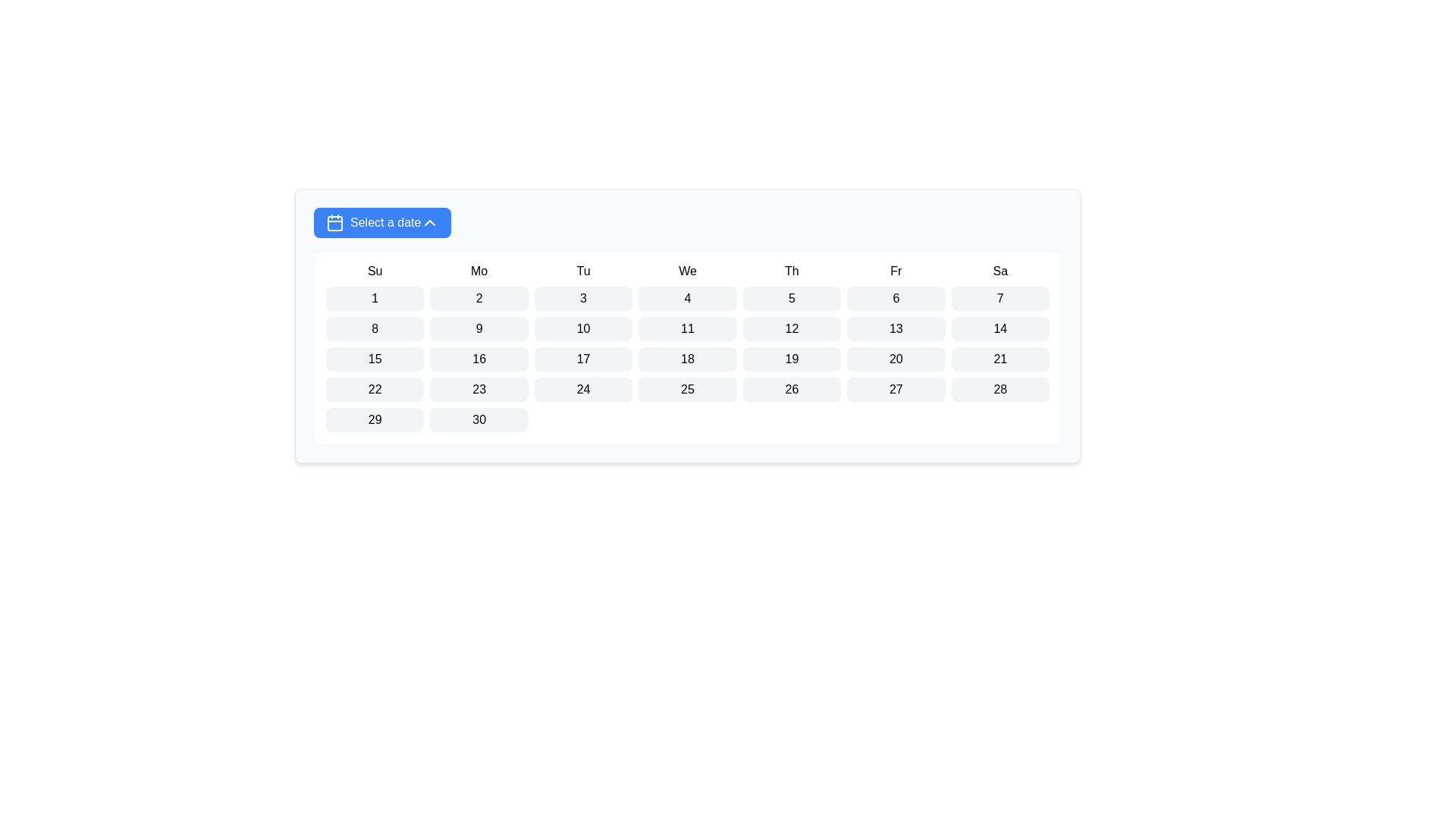 The width and height of the screenshot is (1456, 819). What do you see at coordinates (687, 388) in the screenshot?
I see `the button displaying the number '25' which has a grey background and is located in the fifth row, fourth column of the calendar grid` at bounding box center [687, 388].